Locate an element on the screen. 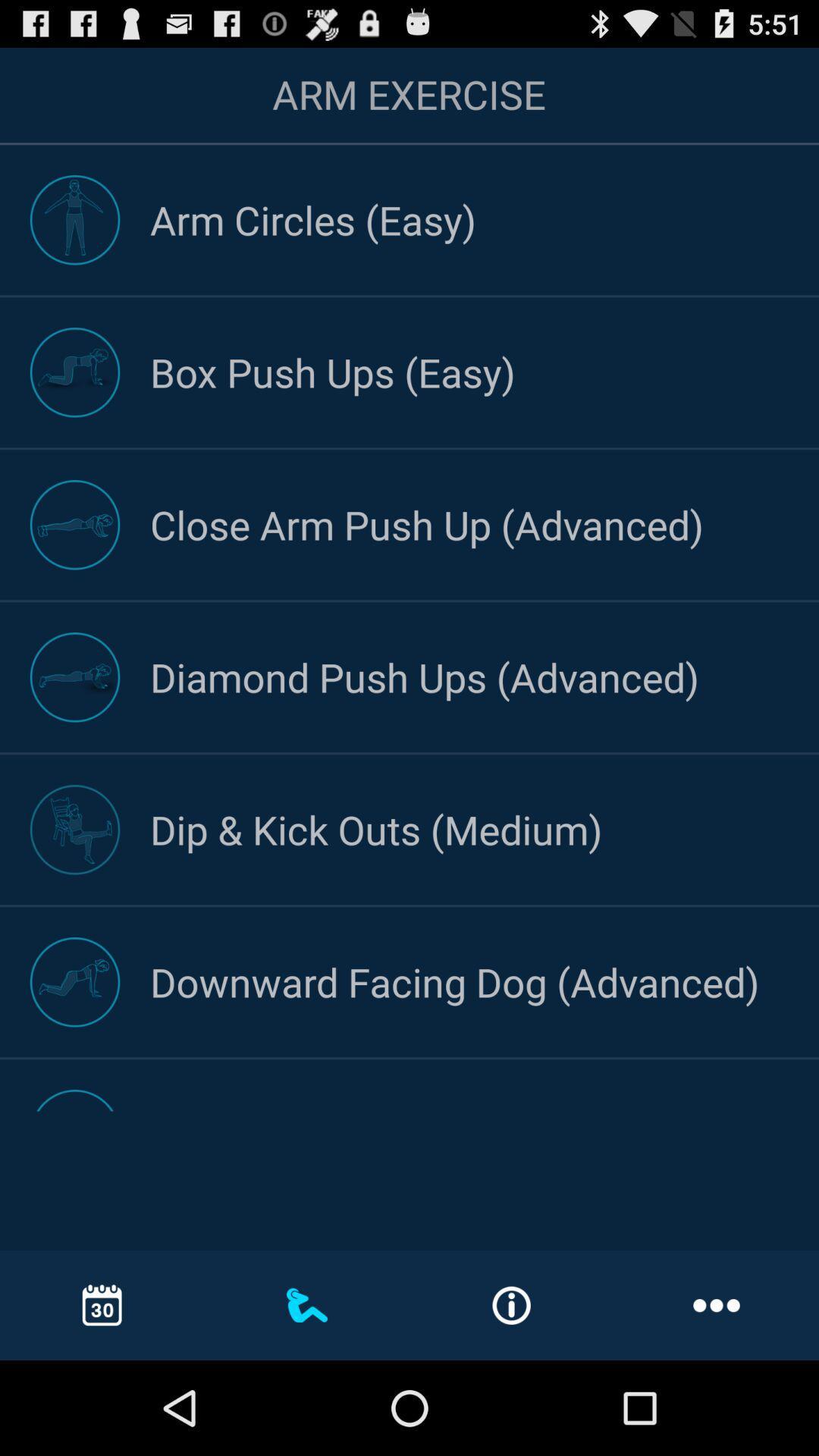 The width and height of the screenshot is (819, 1456). the expand_less icon is located at coordinates (754, 118).